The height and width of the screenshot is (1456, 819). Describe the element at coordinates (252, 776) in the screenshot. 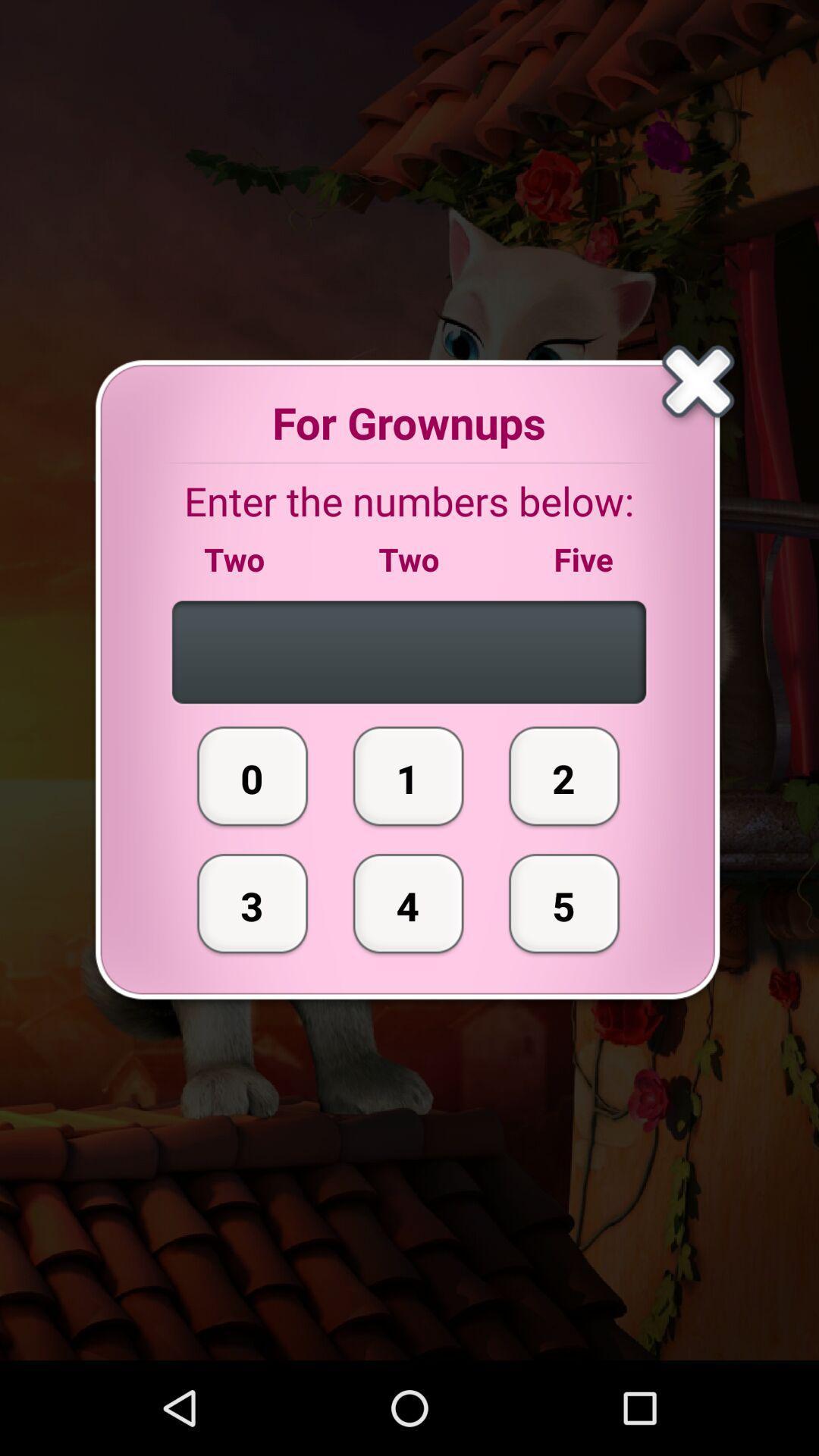

I see `the 0 item` at that location.